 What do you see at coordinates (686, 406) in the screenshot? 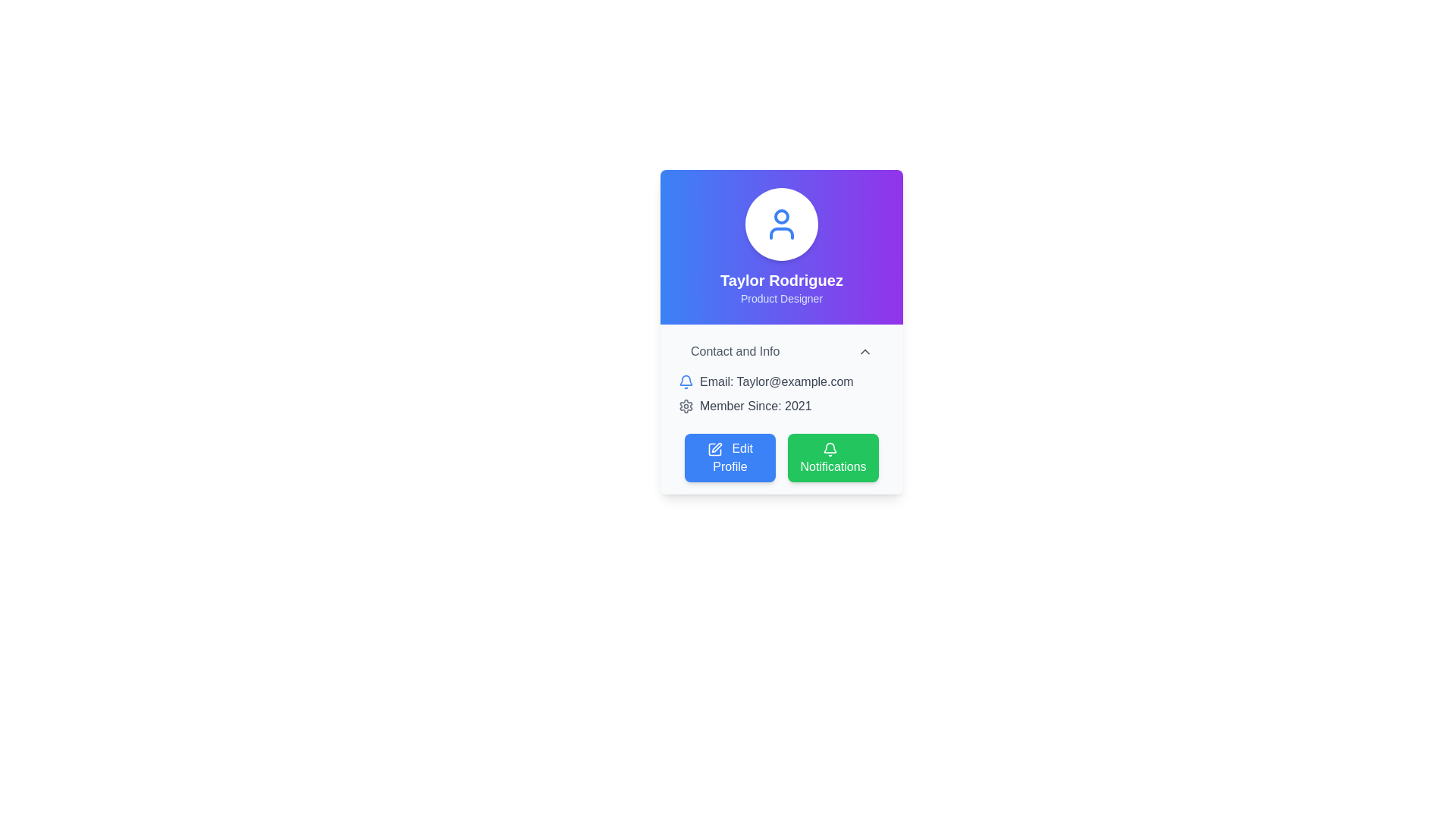
I see `the settings icon located in the bottom-right section of the interface` at bounding box center [686, 406].